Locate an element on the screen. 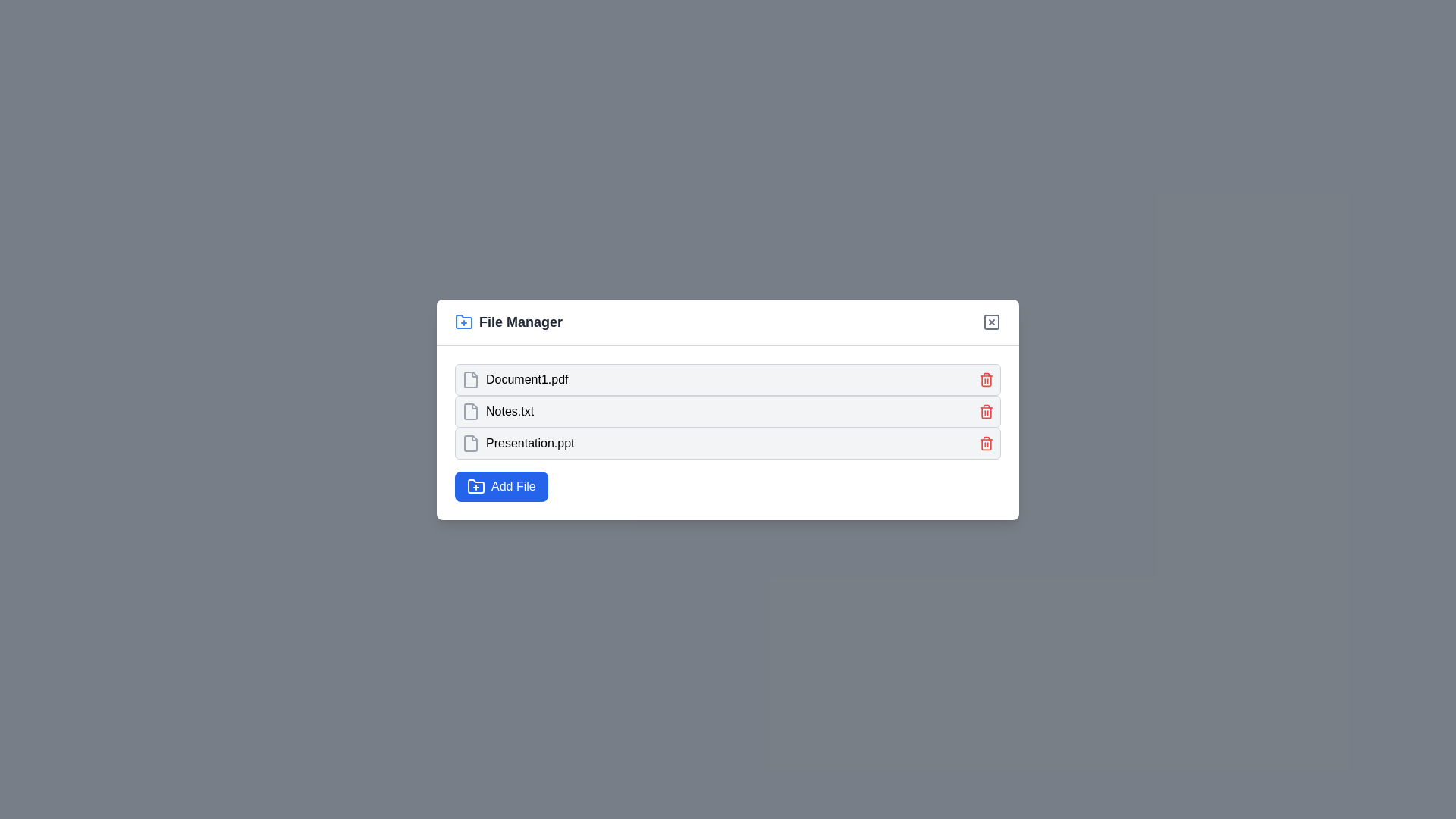 This screenshot has width=1456, height=819. the icon representing the creation or addition of a new folder or file, located on the upper left corner of the 'File Manager' modal, to the left of the 'File Manager' text is located at coordinates (463, 321).